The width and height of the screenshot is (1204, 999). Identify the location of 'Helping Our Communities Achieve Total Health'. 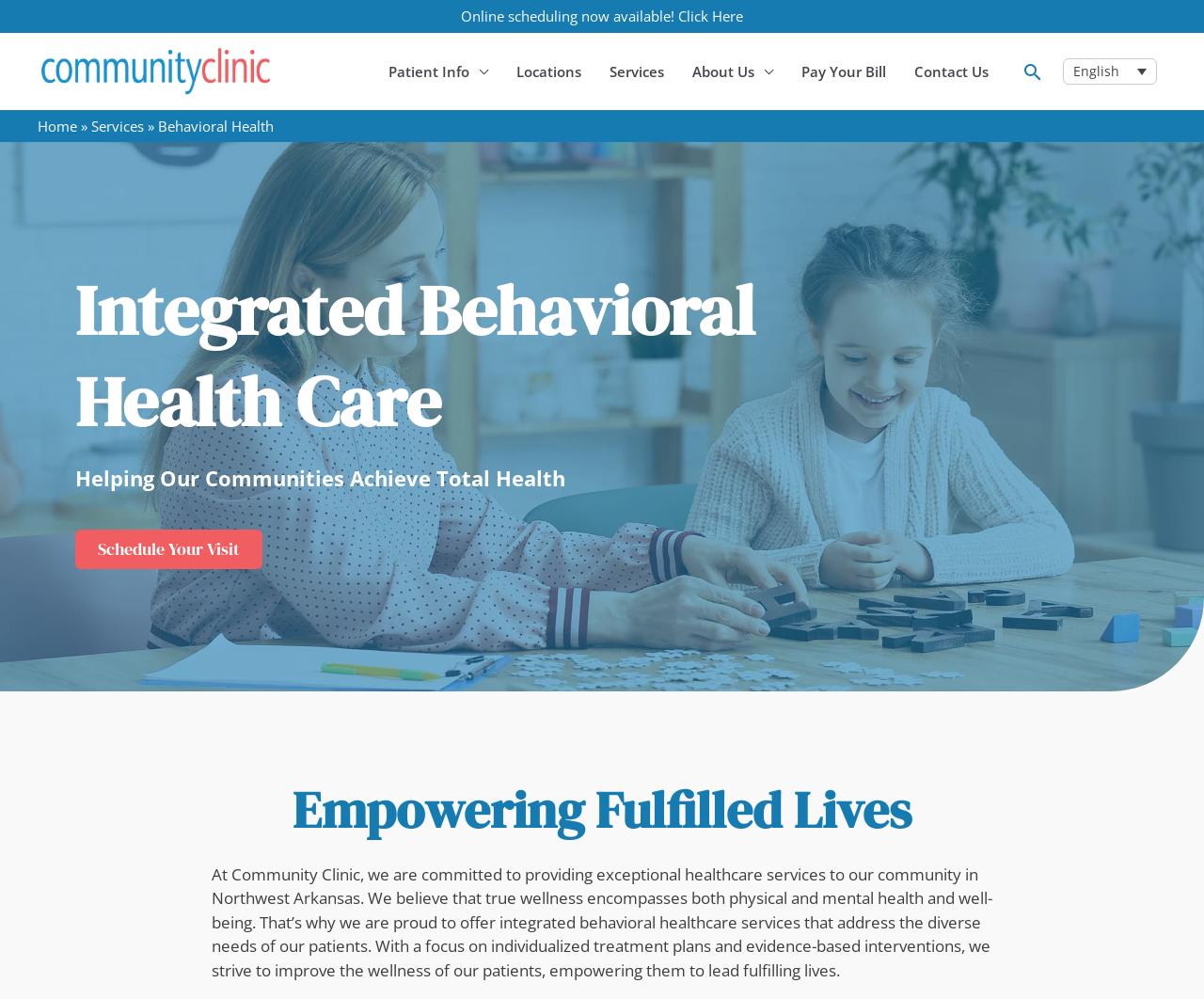
(75, 475).